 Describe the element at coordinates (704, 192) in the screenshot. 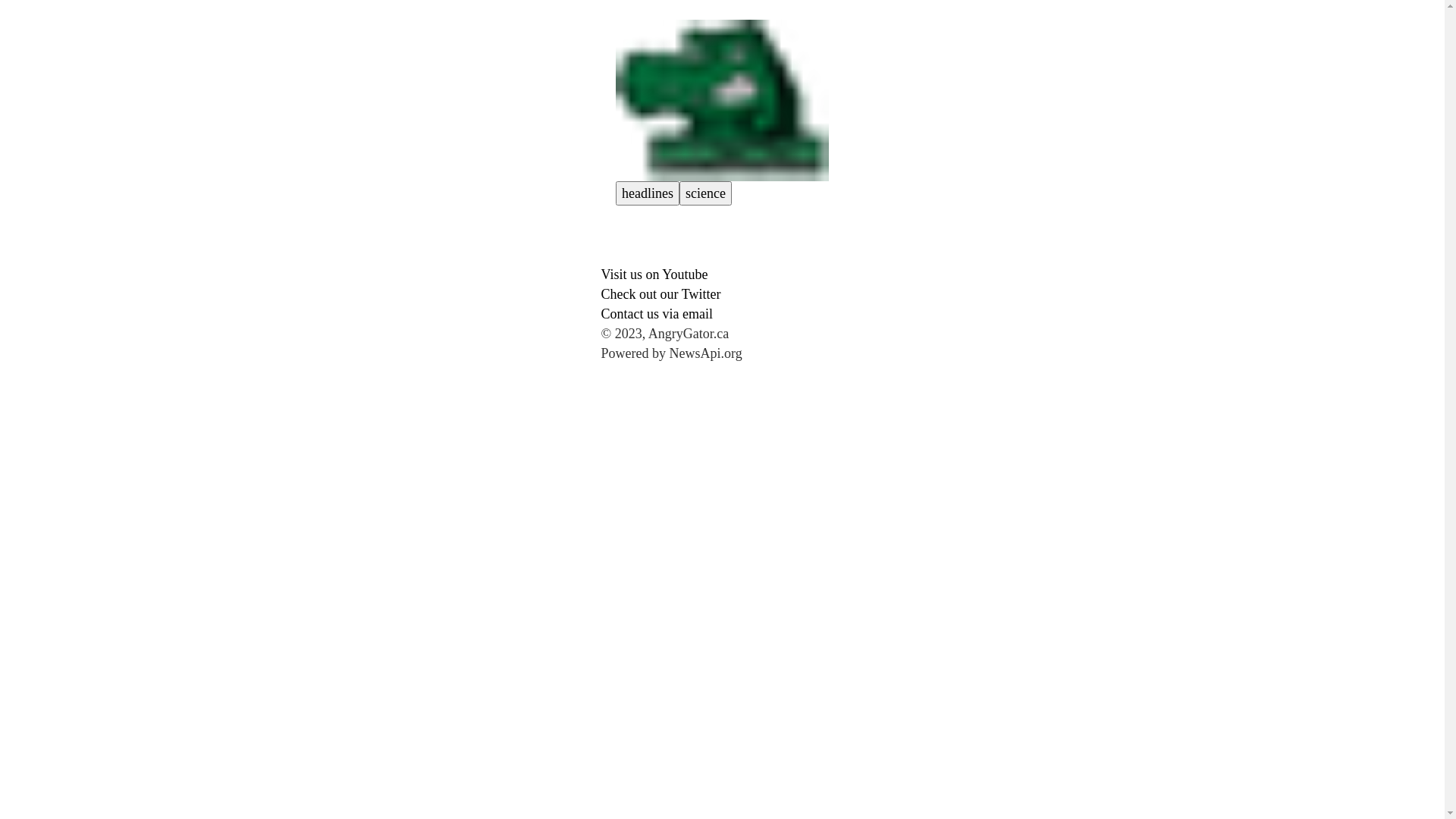

I see `'science'` at that location.